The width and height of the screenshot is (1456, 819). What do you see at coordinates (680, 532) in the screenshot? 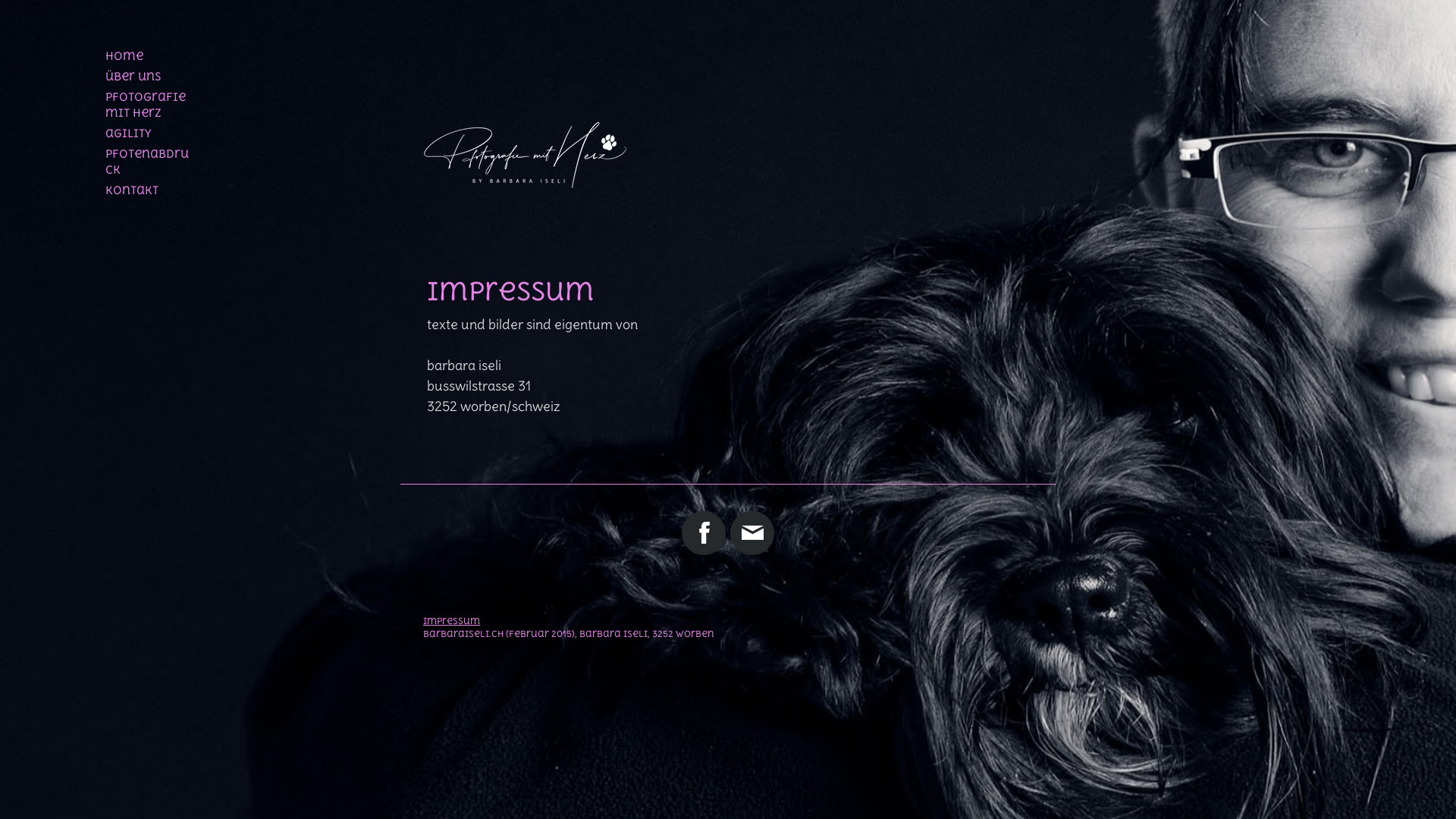
I see `'Facebook'` at bounding box center [680, 532].